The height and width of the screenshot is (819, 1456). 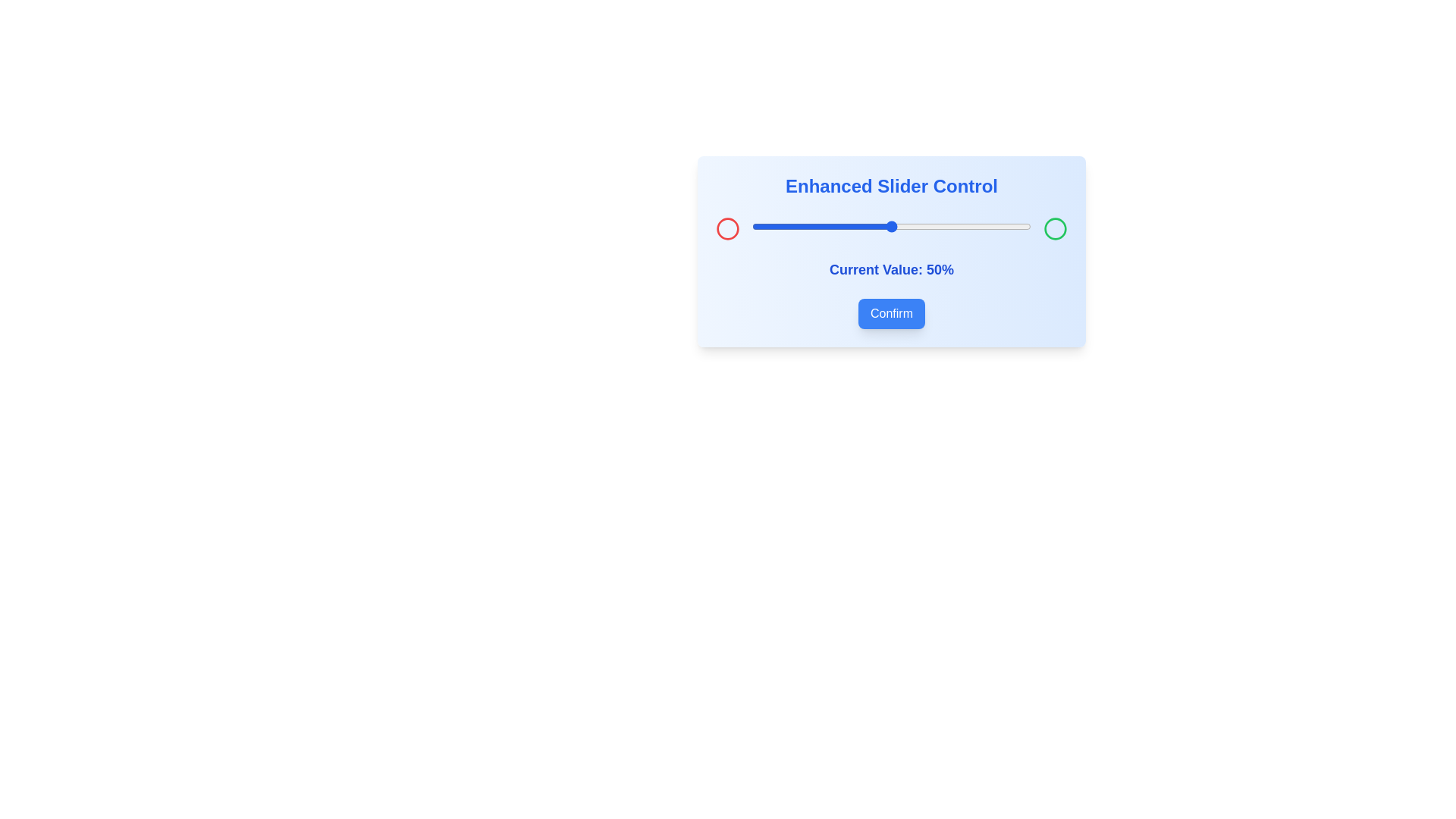 What do you see at coordinates (997, 227) in the screenshot?
I see `the slider` at bounding box center [997, 227].